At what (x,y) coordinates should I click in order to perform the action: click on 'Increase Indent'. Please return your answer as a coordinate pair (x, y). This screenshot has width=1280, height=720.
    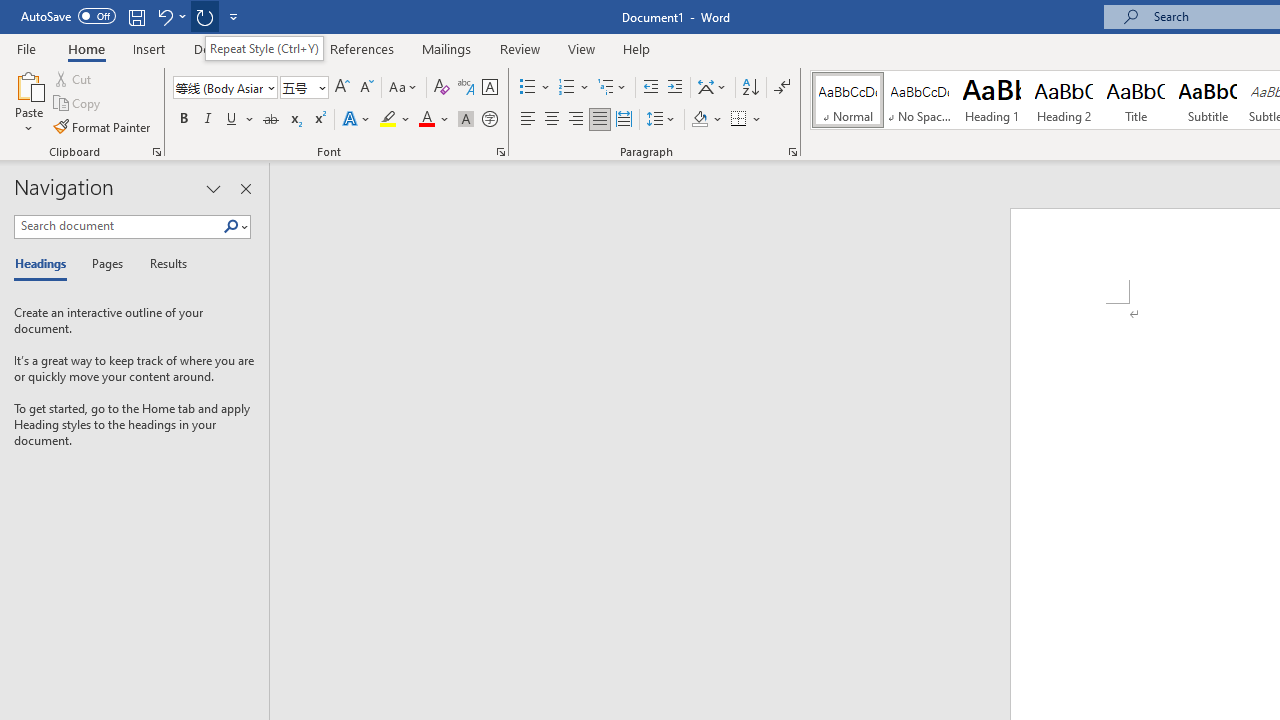
    Looking at the image, I should click on (675, 86).